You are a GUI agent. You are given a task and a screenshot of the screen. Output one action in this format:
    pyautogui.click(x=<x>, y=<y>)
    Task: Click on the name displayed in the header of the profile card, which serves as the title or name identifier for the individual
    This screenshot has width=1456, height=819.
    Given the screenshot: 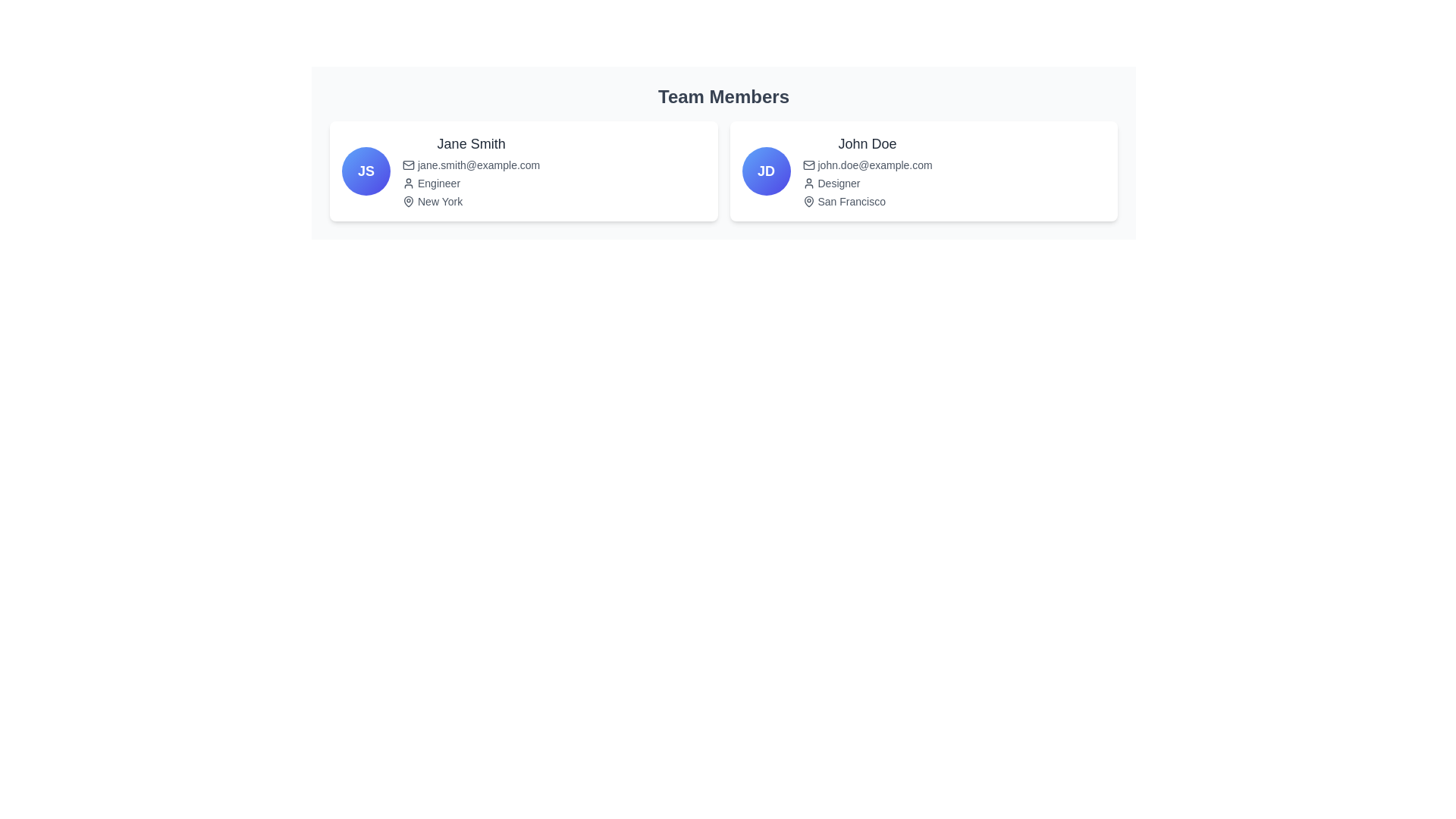 What is the action you would take?
    pyautogui.click(x=470, y=143)
    